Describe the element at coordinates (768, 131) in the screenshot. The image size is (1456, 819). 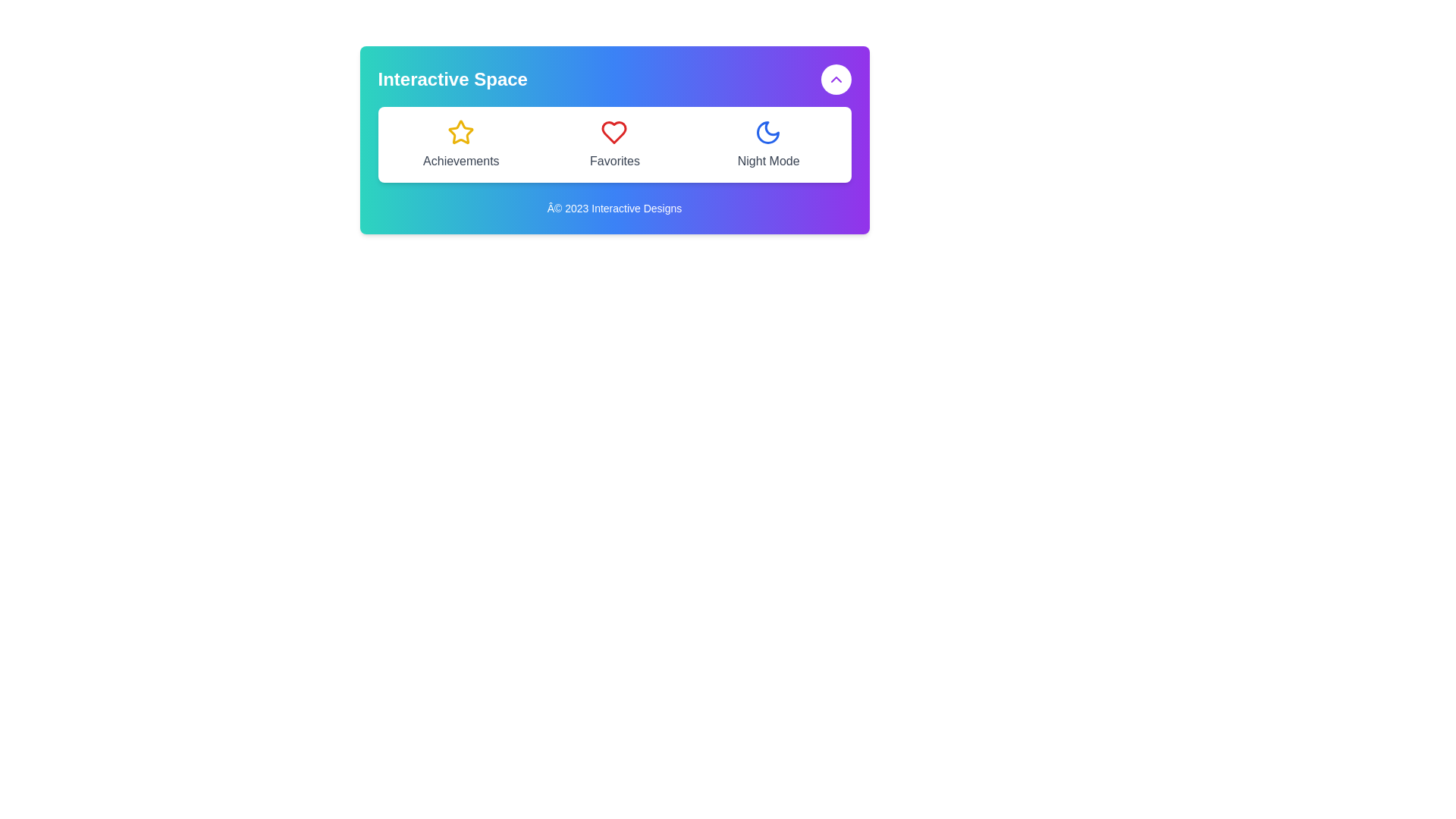
I see `the crescent moon icon, which represents night mode, located in the central section of the card, to the right of the heart icon` at that location.